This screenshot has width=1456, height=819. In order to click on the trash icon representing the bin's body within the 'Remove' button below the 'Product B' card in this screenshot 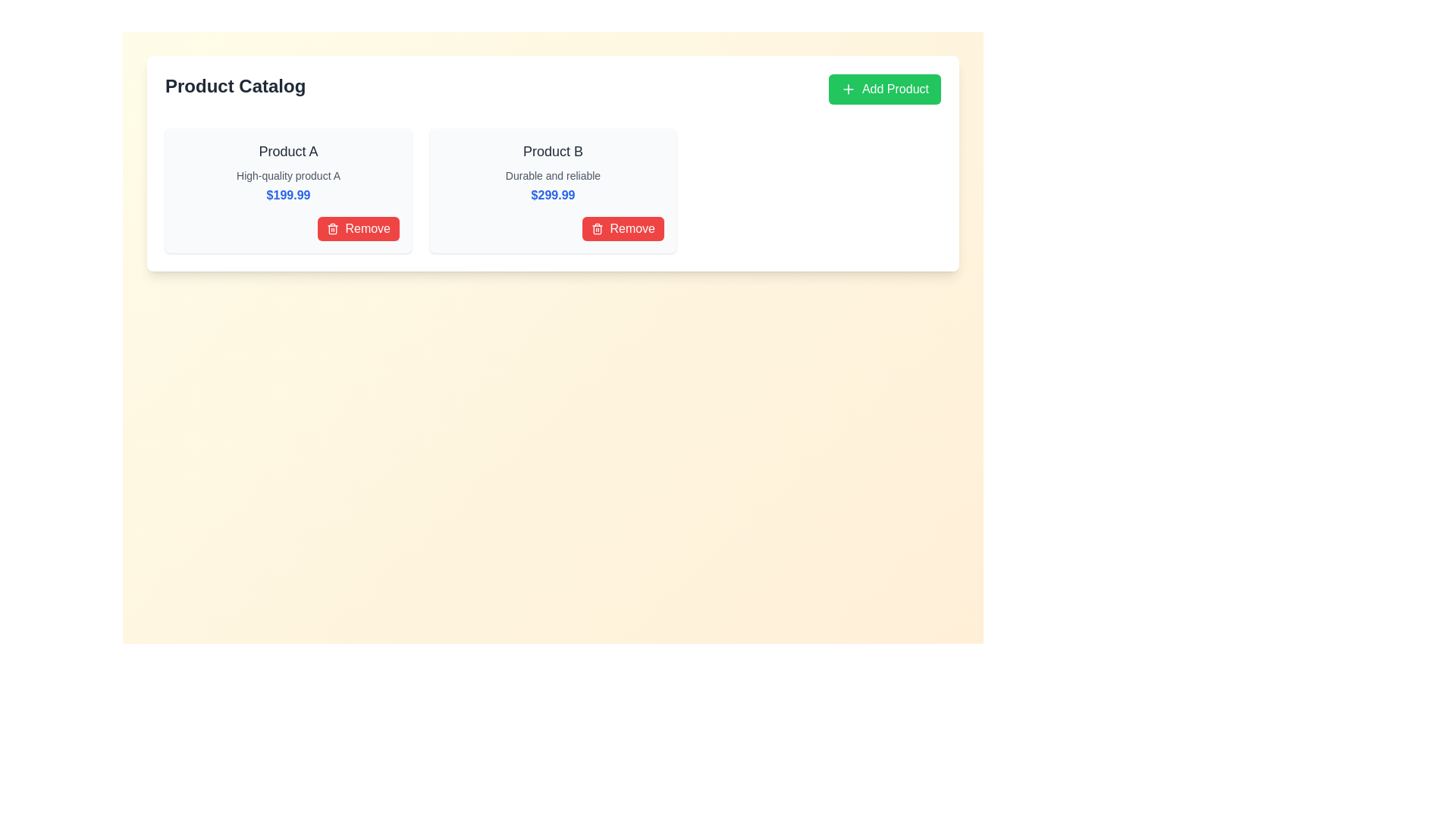, I will do `click(332, 230)`.